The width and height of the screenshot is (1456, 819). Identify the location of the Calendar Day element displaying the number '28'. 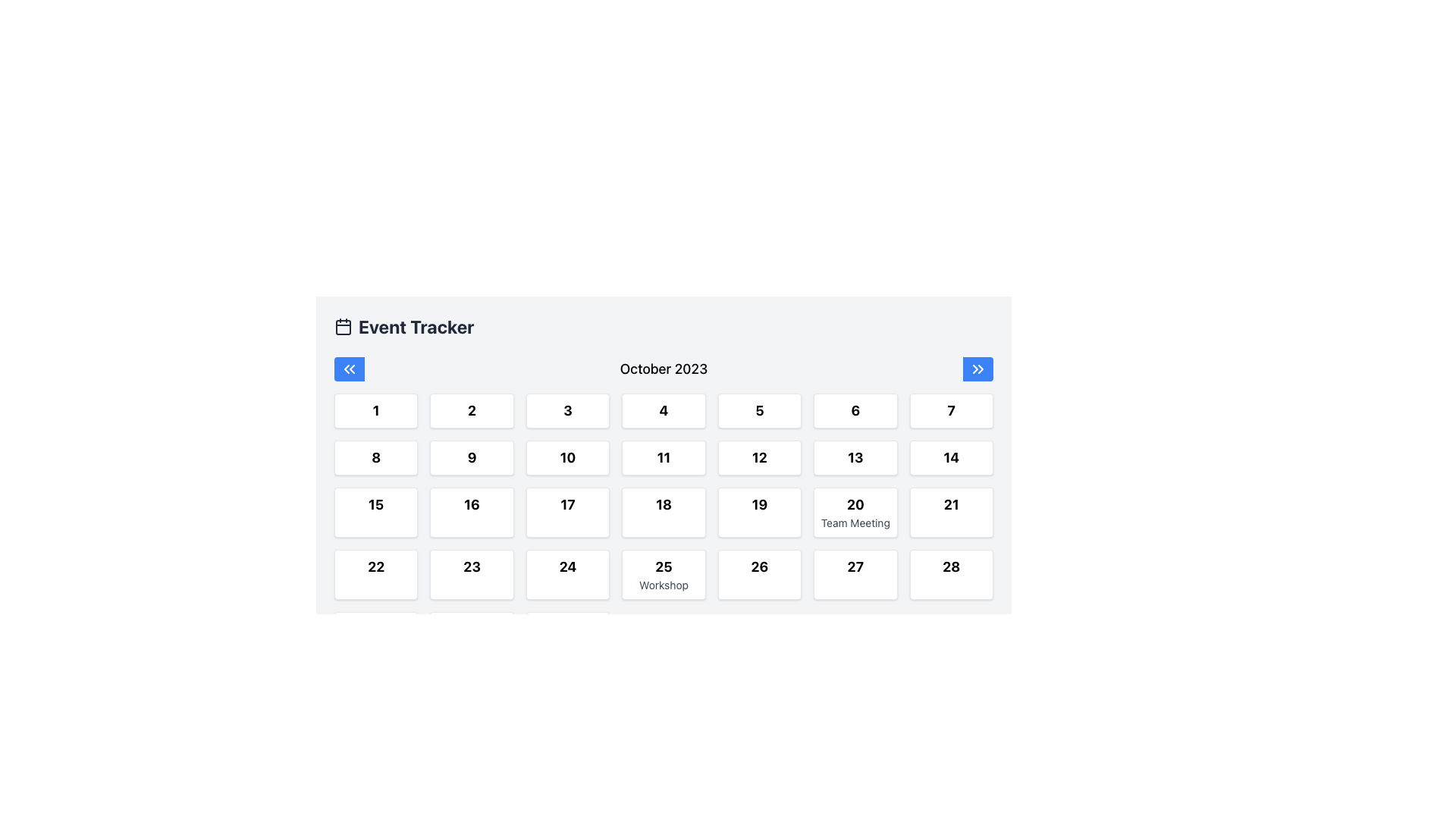
(950, 575).